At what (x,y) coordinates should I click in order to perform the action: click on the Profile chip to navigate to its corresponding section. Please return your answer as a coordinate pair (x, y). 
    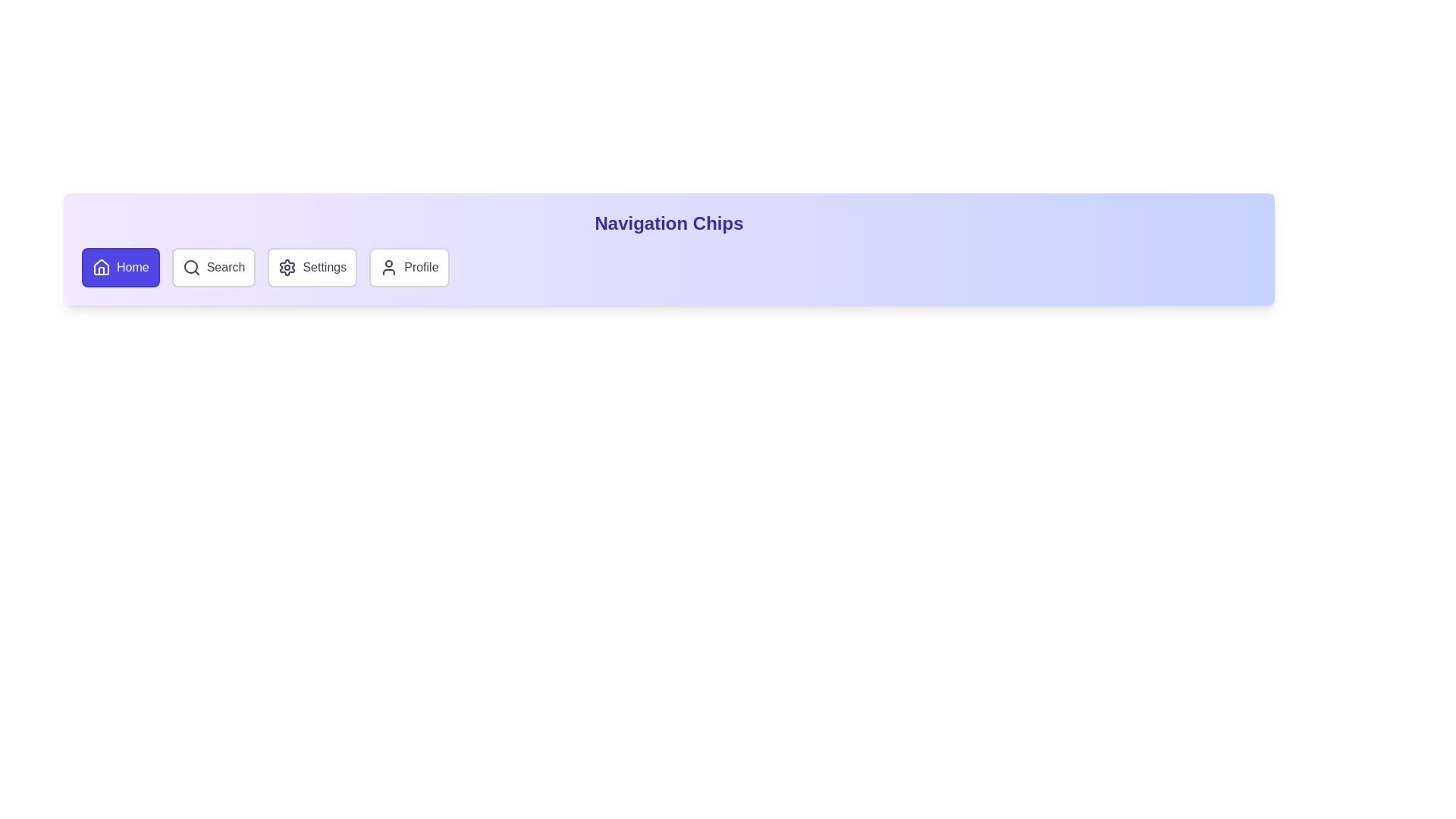
    Looking at the image, I should click on (408, 267).